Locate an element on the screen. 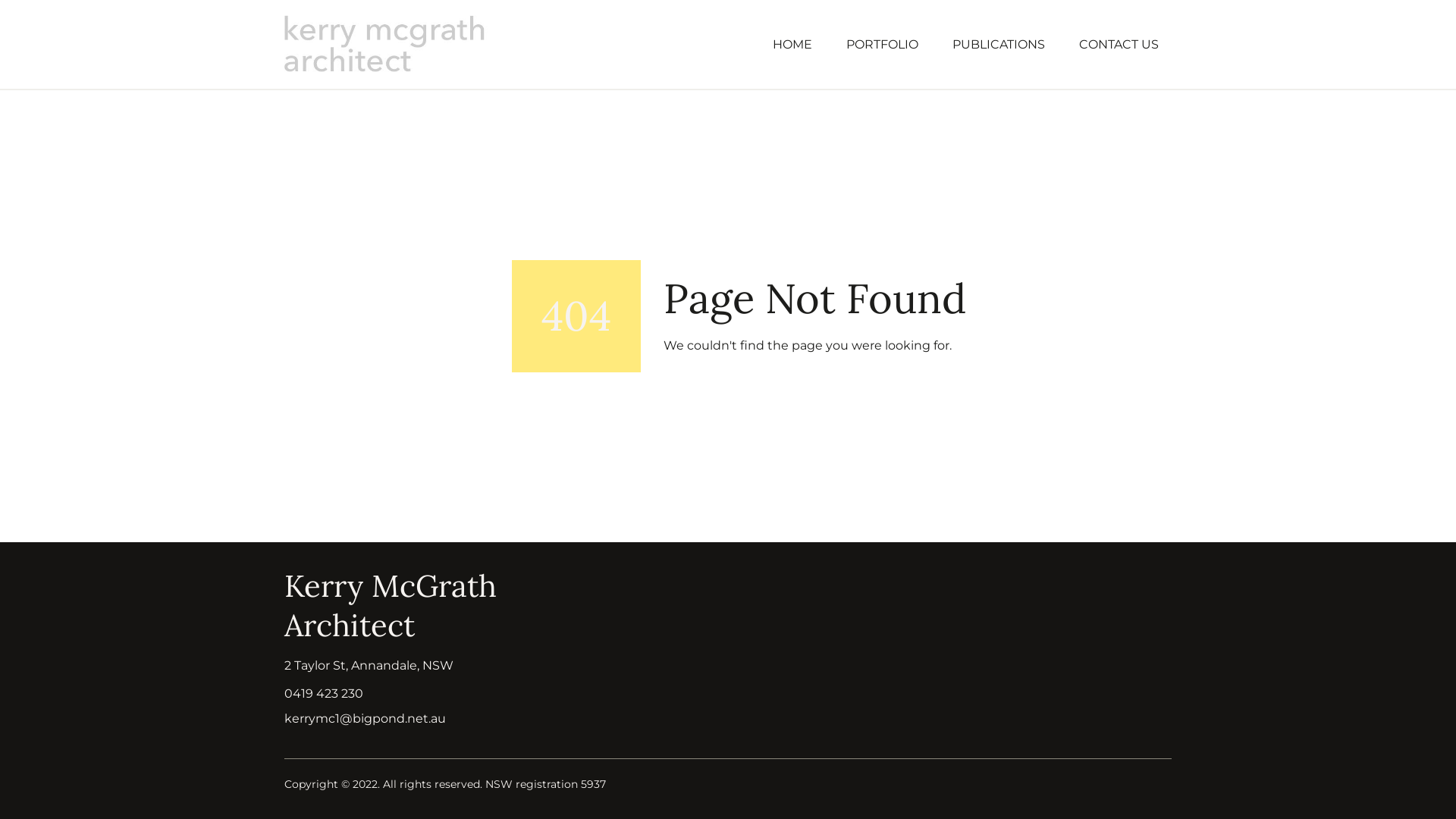 The image size is (1456, 819). 'PORTFOLIO' is located at coordinates (881, 42).